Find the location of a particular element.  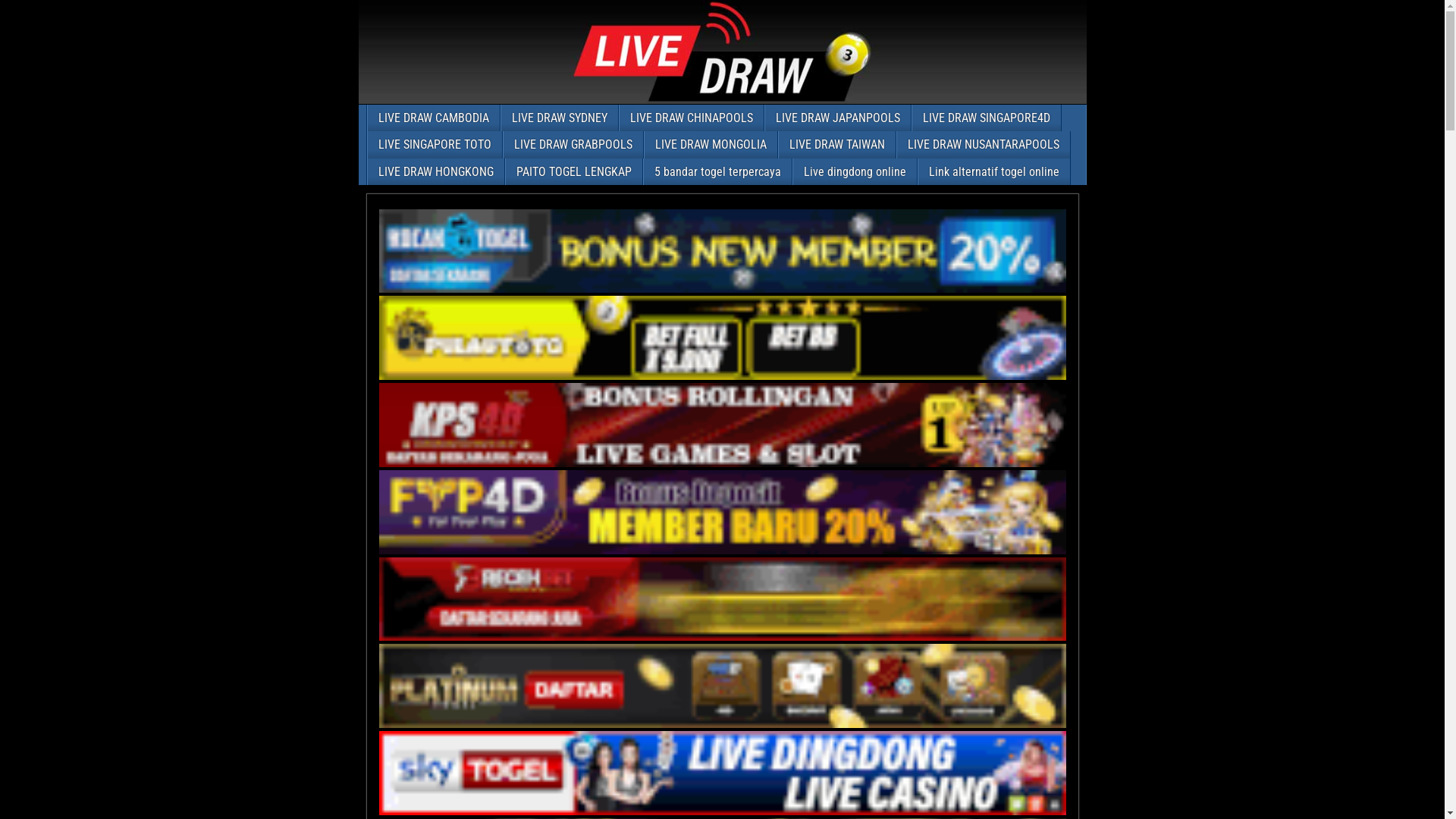

'LIVE DRAW CHINAPOOLS' is located at coordinates (690, 117).